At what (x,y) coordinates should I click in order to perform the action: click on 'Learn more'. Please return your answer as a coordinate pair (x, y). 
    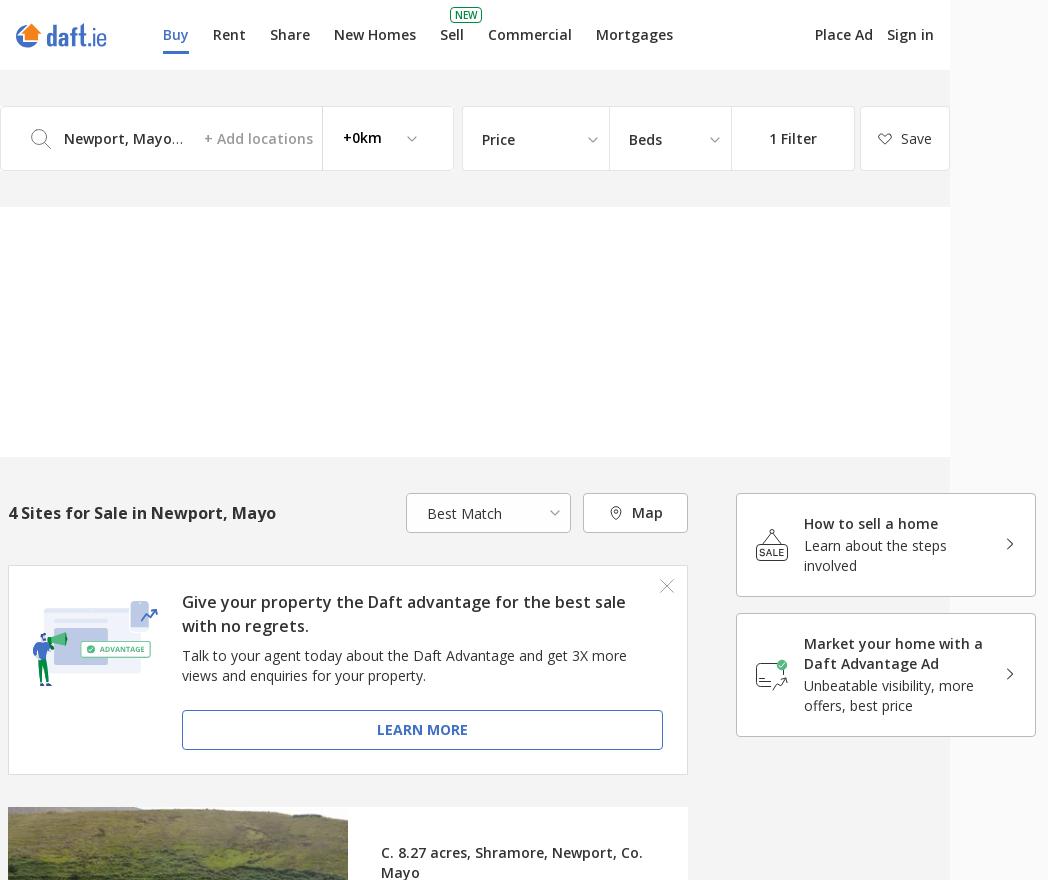
    Looking at the image, I should click on (421, 728).